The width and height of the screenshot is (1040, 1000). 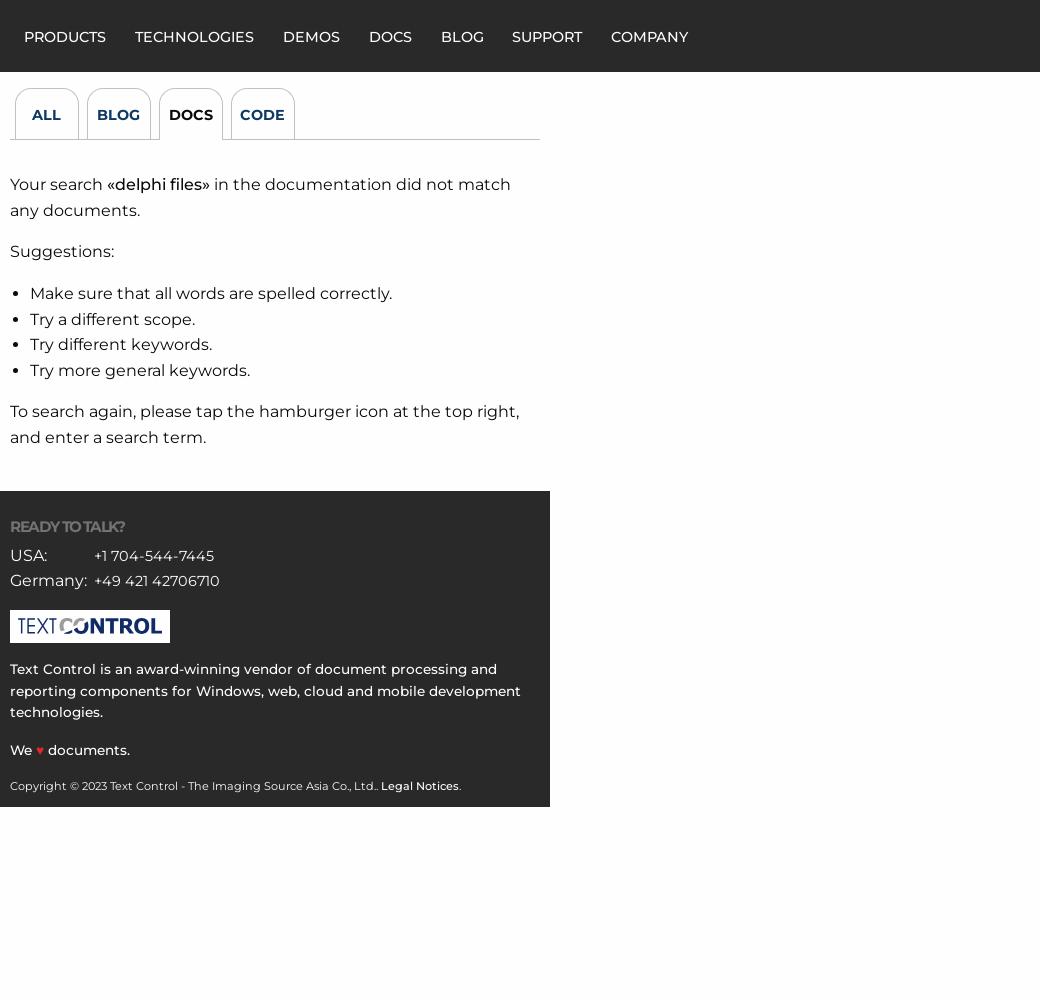 What do you see at coordinates (263, 424) in the screenshot?
I see `'To search again, please tap the hamburger icon at the top right, and enter a search term.'` at bounding box center [263, 424].